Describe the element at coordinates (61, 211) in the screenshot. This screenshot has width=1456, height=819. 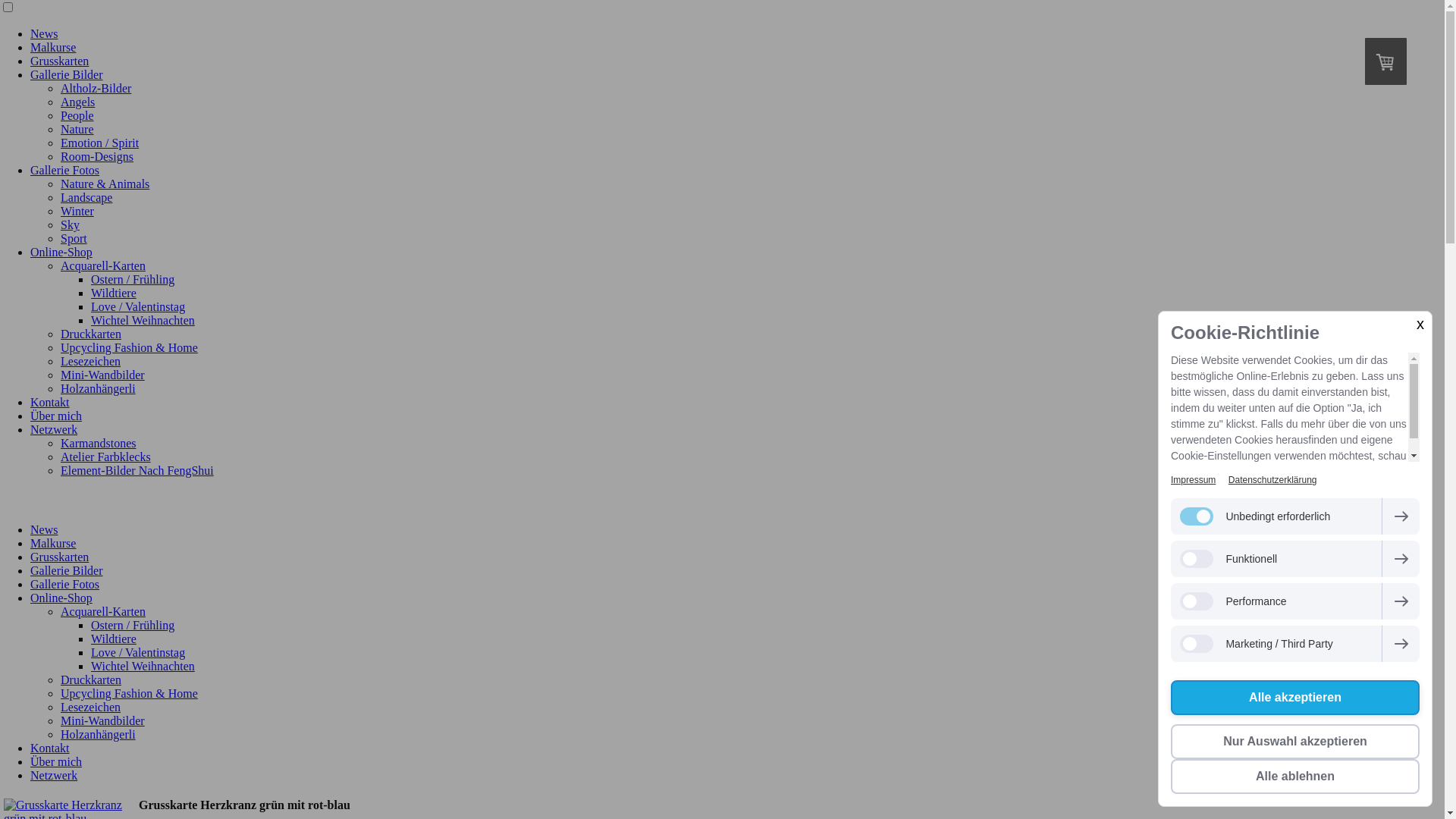
I see `'Winter'` at that location.